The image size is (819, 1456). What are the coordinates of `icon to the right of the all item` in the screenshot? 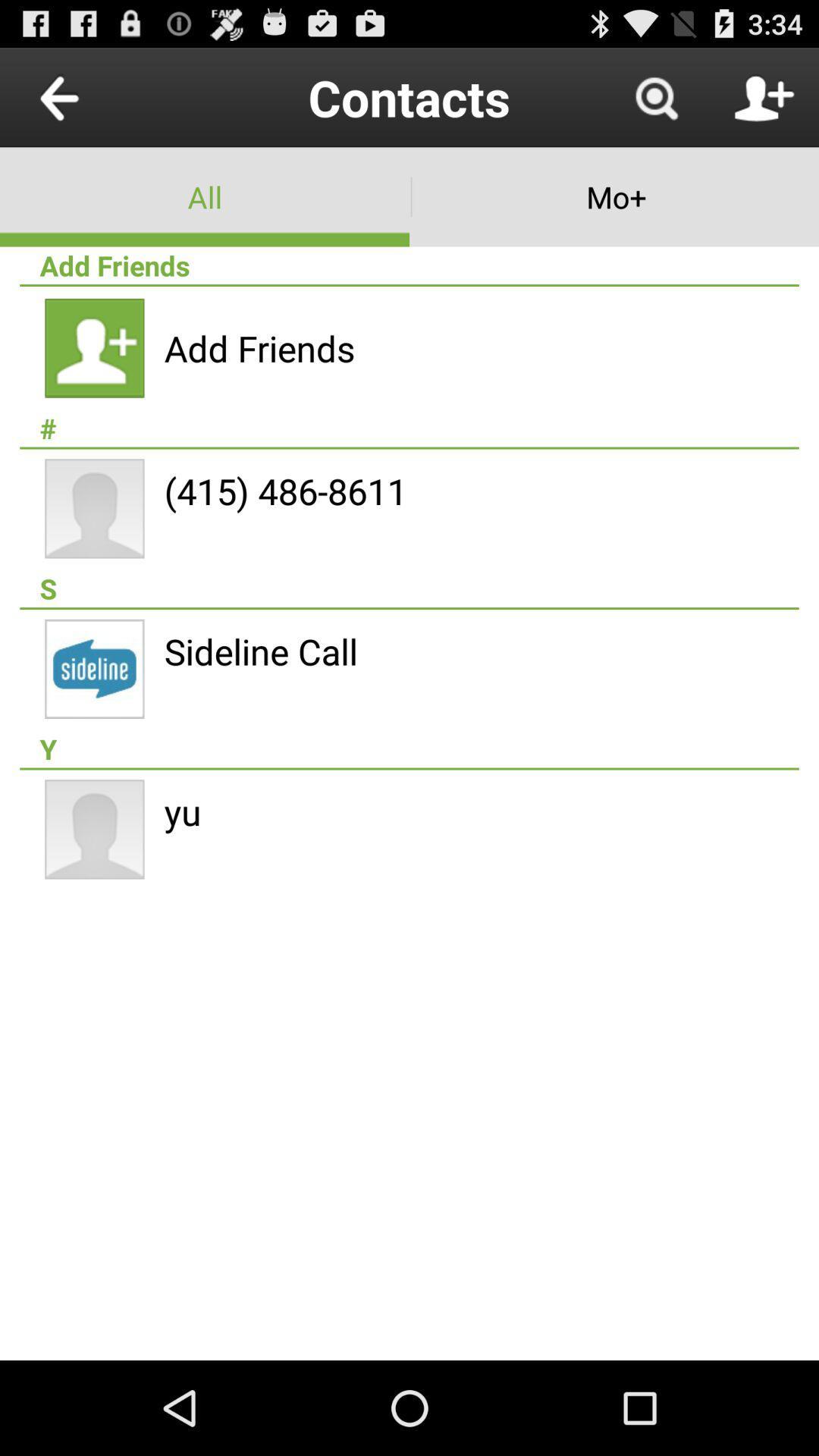 It's located at (614, 196).